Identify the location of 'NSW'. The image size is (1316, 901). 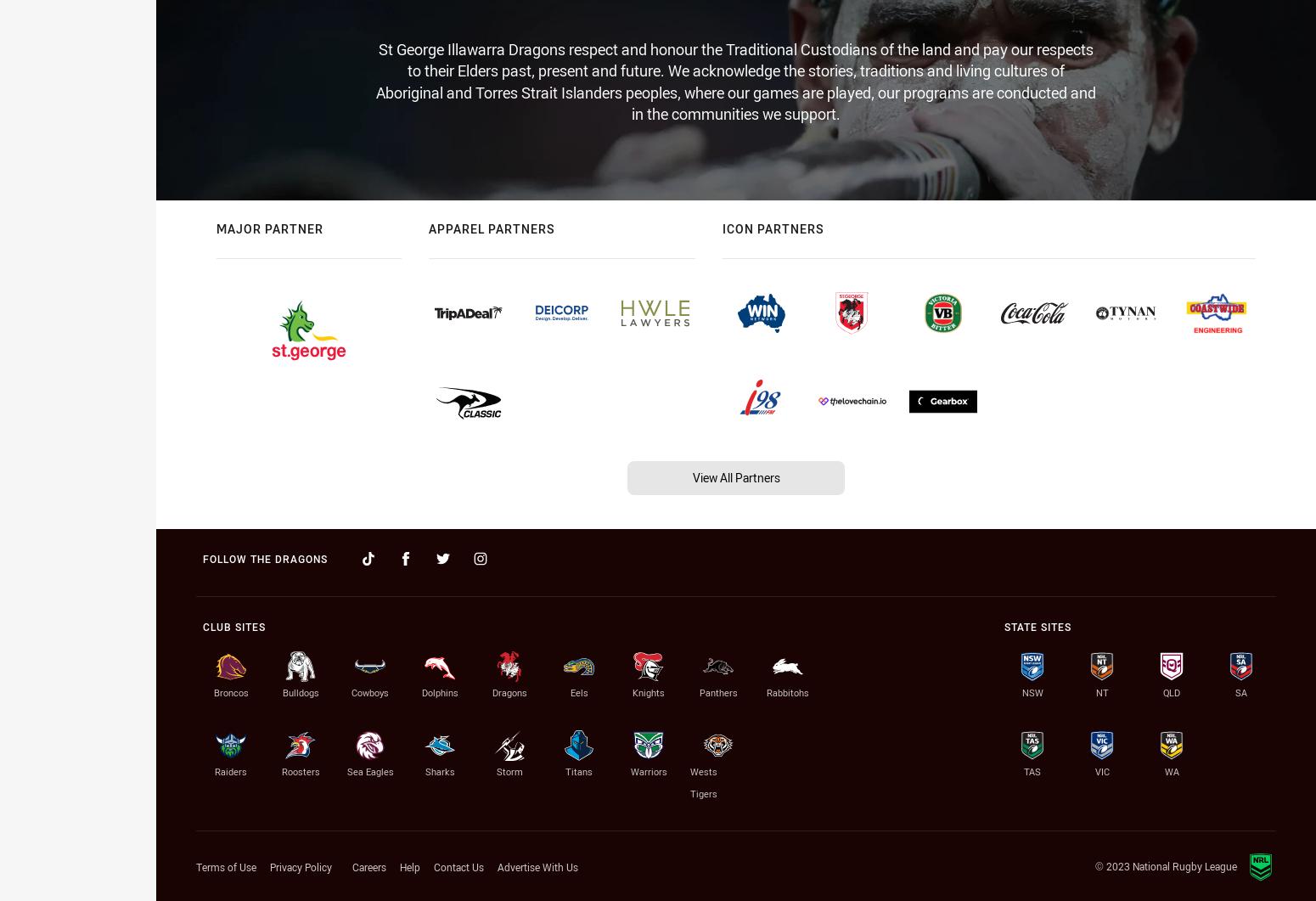
(1032, 691).